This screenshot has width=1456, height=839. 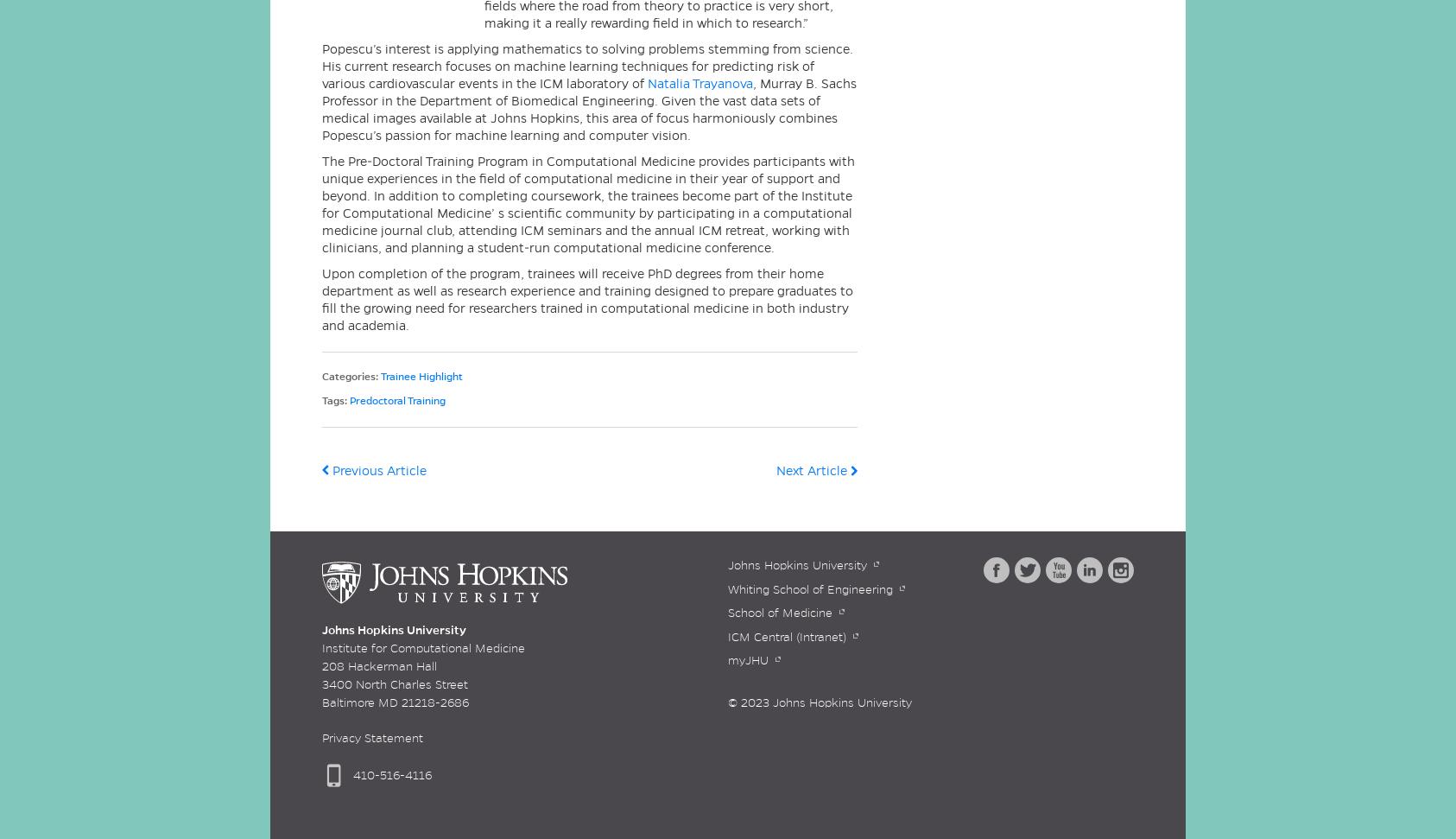 I want to click on 'Whiting School of Engineering', so click(x=809, y=588).